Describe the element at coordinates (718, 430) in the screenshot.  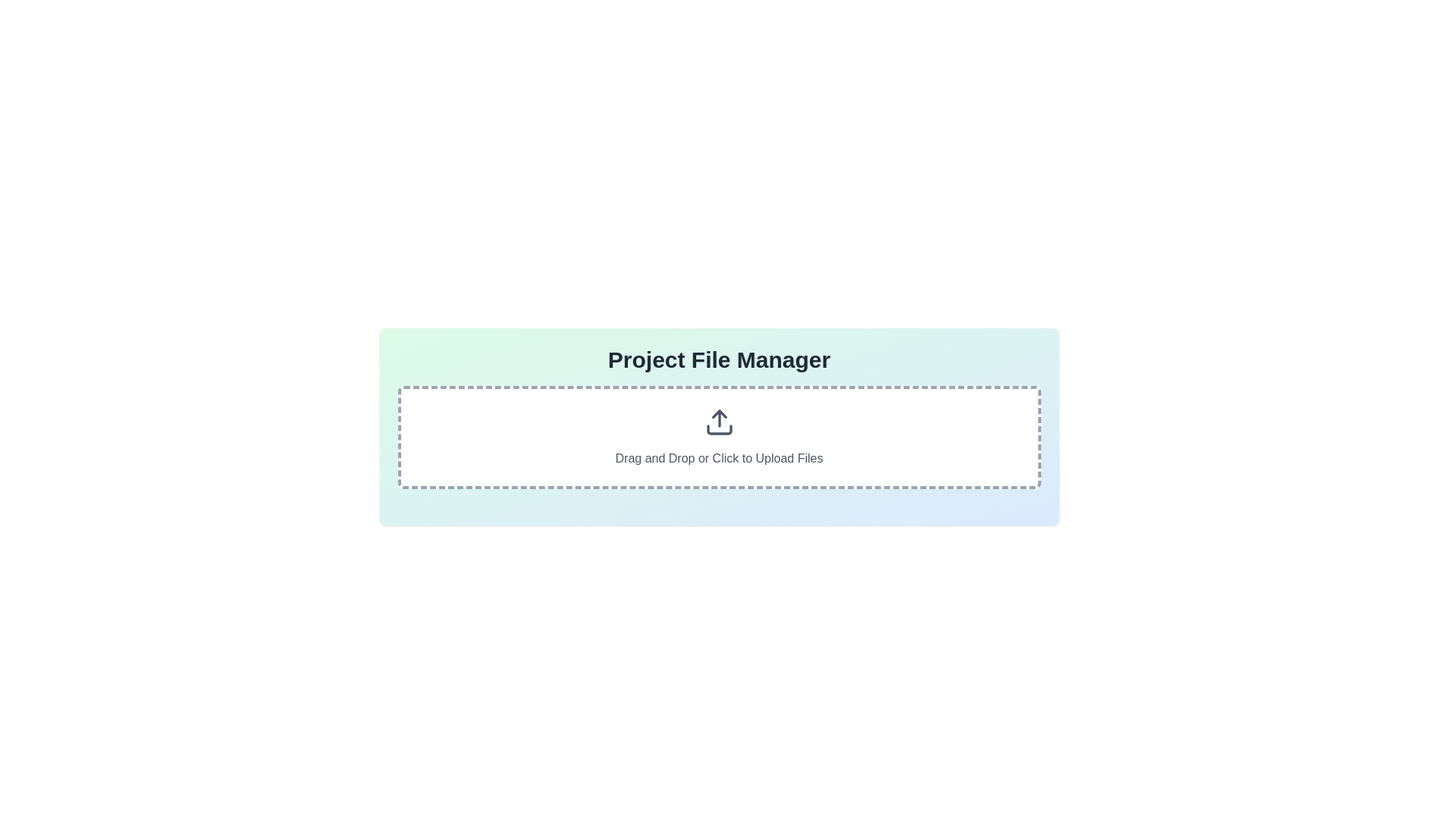
I see `the decorative graphical element that represents the base of the upload icon, which is positioned at the bottom of the SVG icon` at that location.